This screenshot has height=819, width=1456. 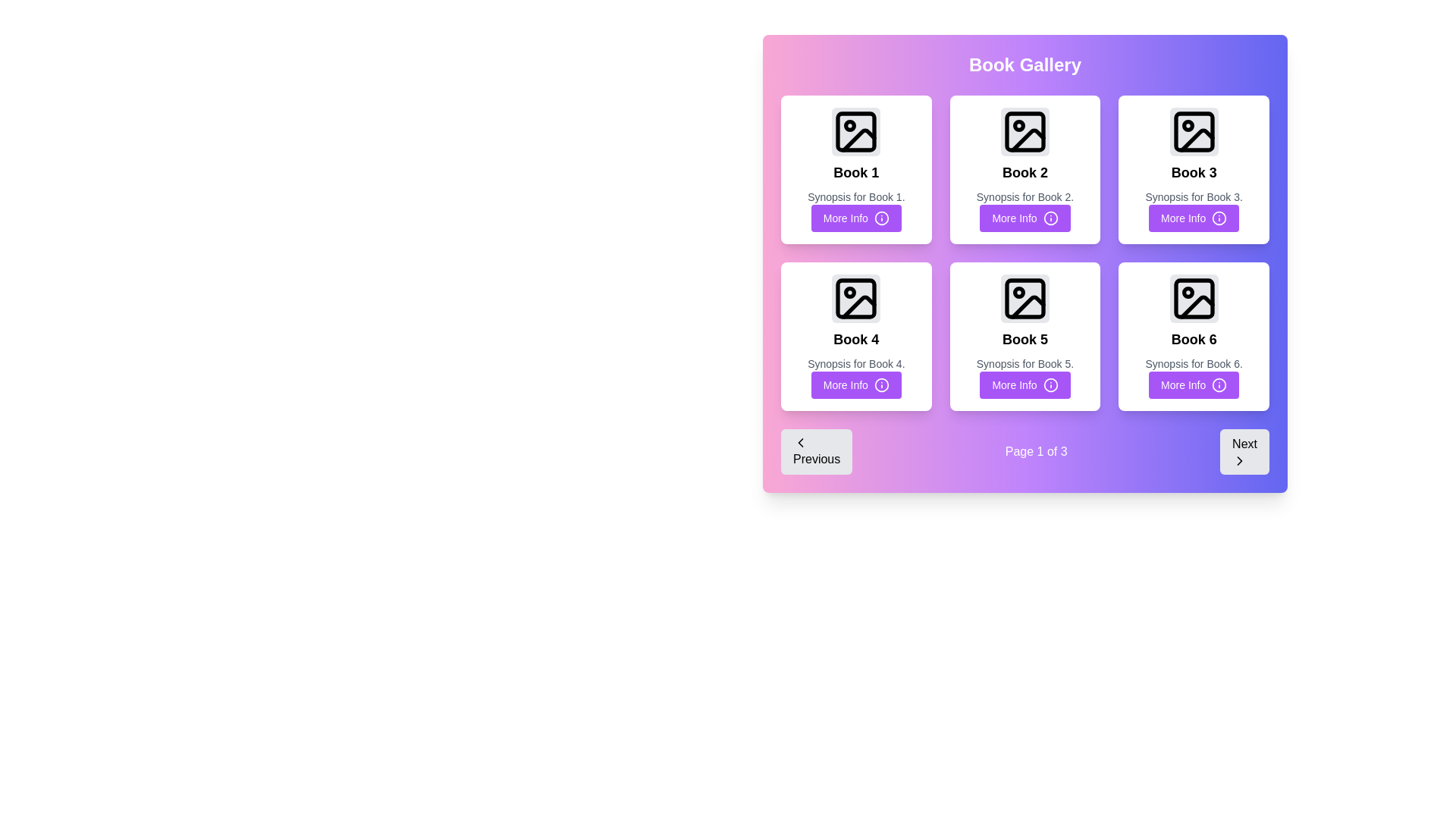 I want to click on the purple 'More Info' button with an information icon located at the bottom center of the 'Book 1' card in the 'Book Gallery' interface, so click(x=856, y=218).